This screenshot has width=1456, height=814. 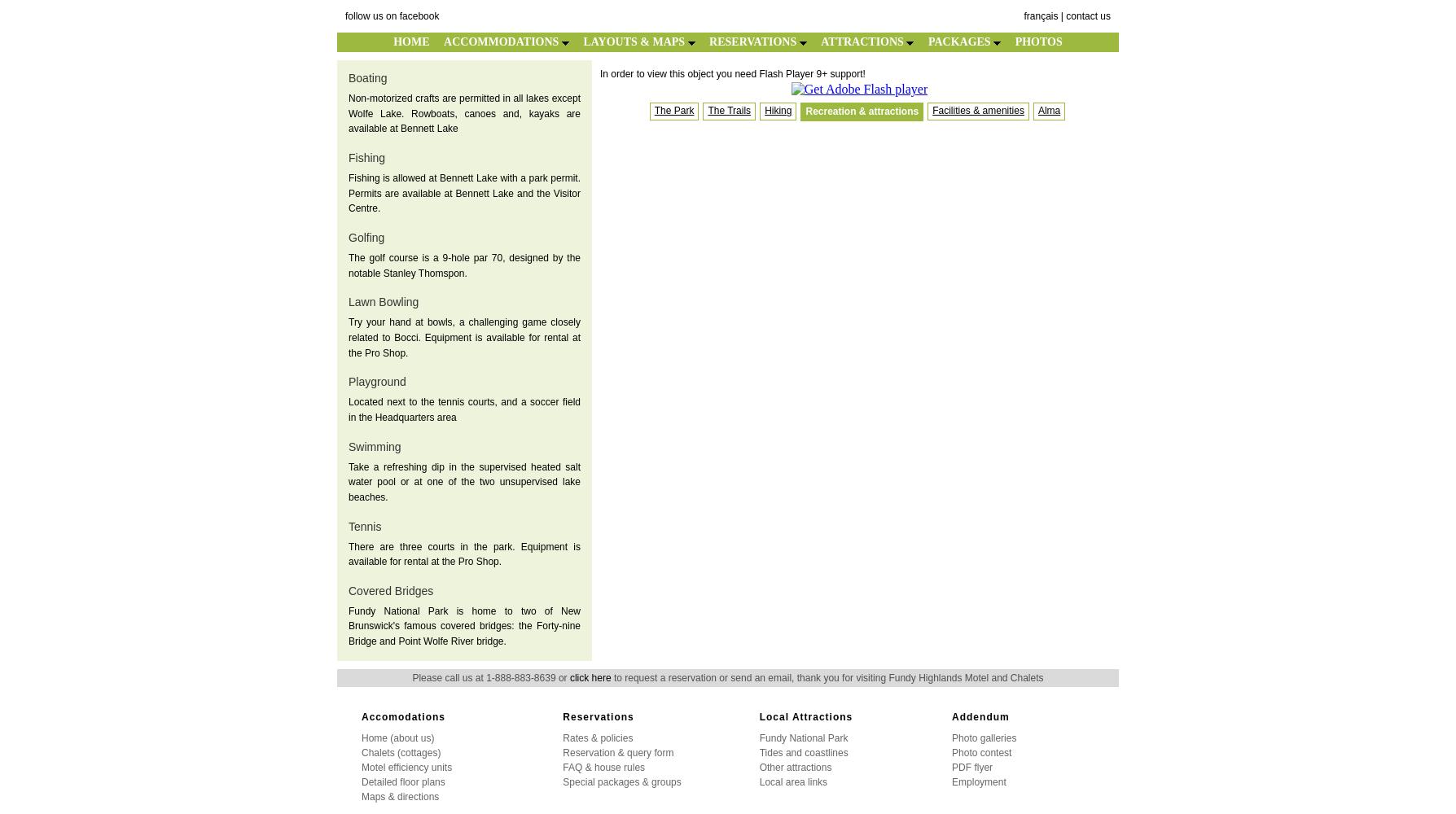 I want to click on 'Virtual Tours', so click(x=31, y=47).